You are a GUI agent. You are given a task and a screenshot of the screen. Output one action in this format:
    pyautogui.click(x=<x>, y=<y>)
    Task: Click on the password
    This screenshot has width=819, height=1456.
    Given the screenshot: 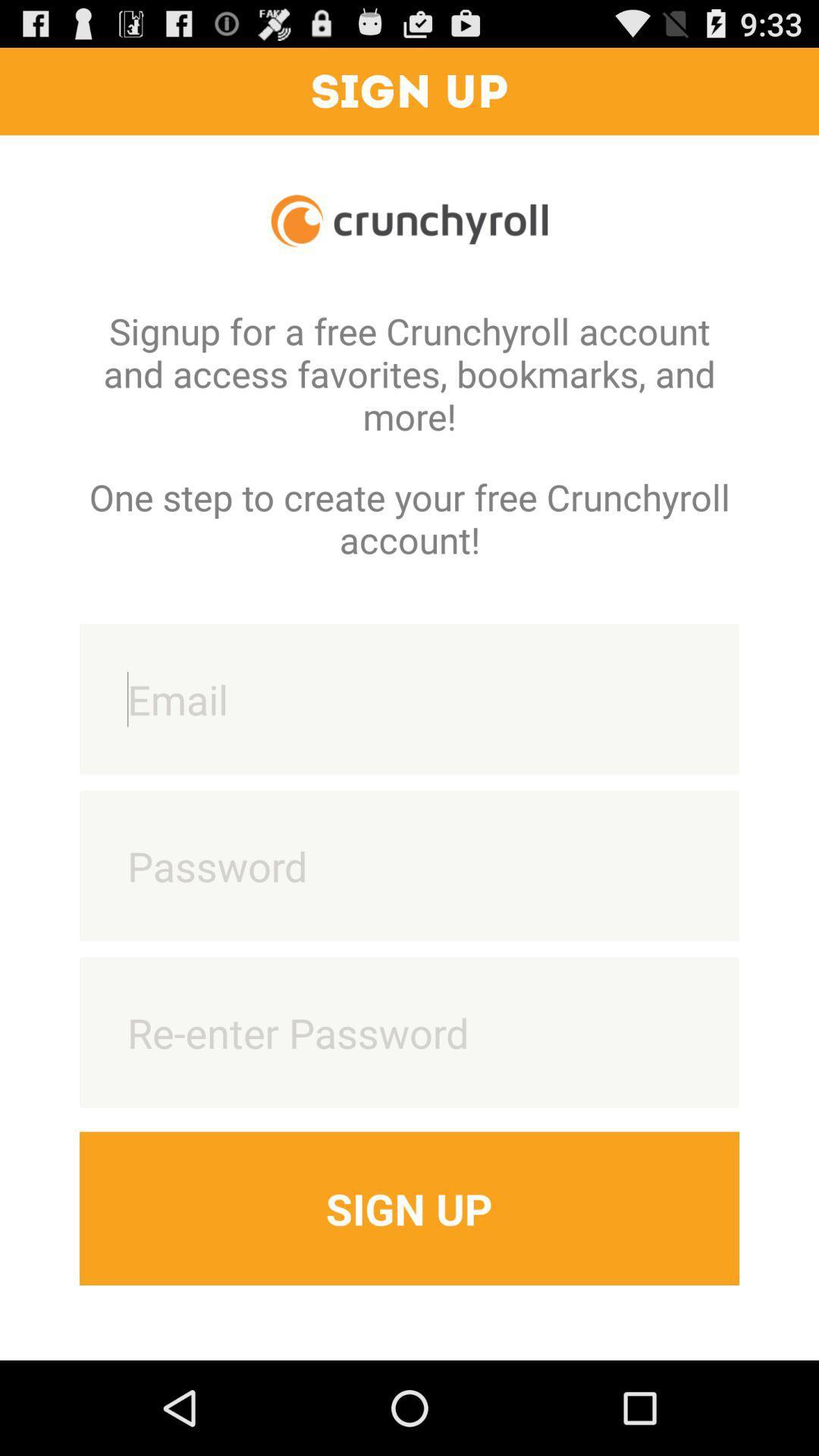 What is the action you would take?
    pyautogui.click(x=409, y=865)
    